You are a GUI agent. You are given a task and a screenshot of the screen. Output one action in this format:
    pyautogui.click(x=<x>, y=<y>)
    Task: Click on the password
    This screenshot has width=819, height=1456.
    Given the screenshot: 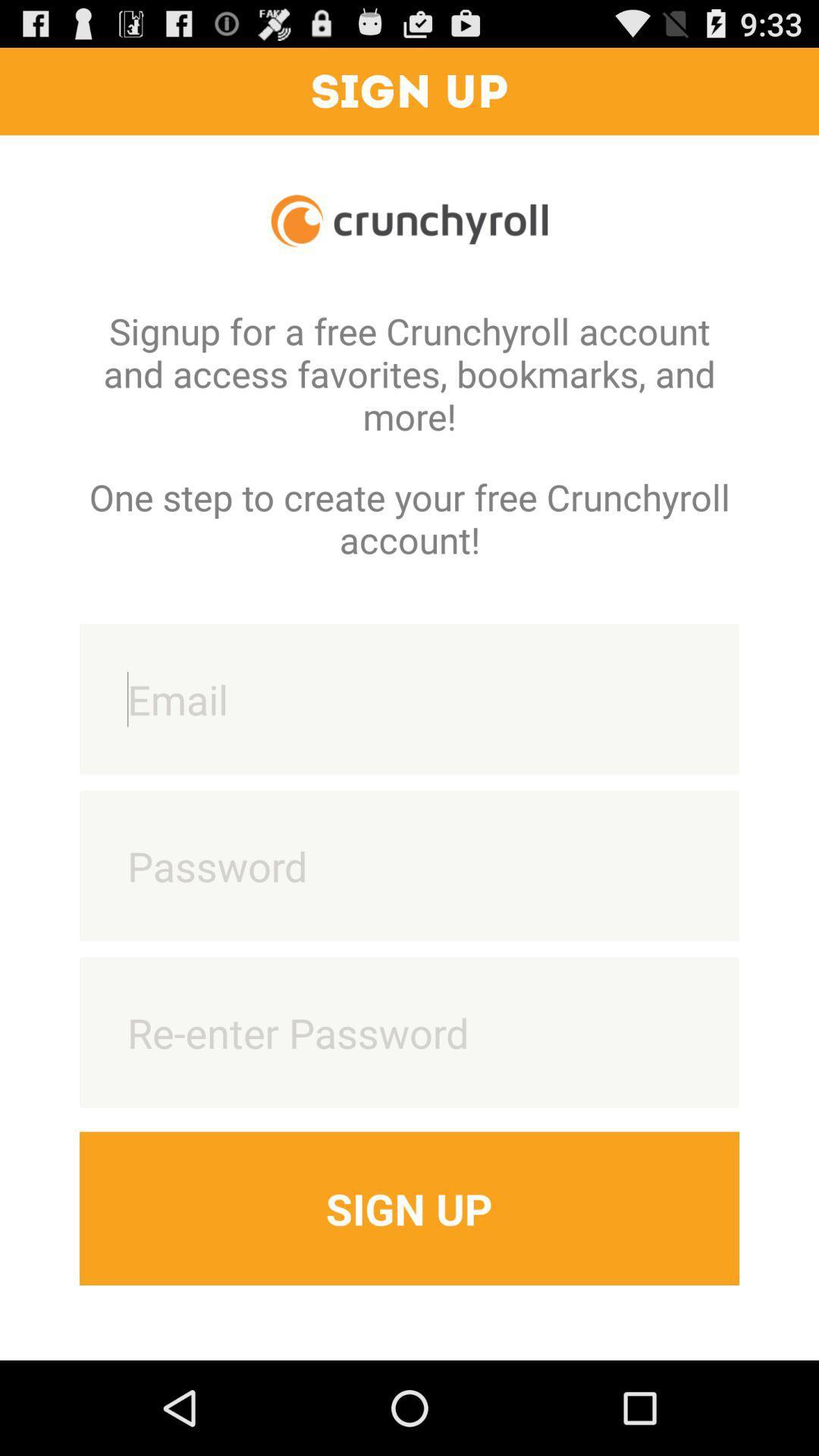 What is the action you would take?
    pyautogui.click(x=409, y=865)
    